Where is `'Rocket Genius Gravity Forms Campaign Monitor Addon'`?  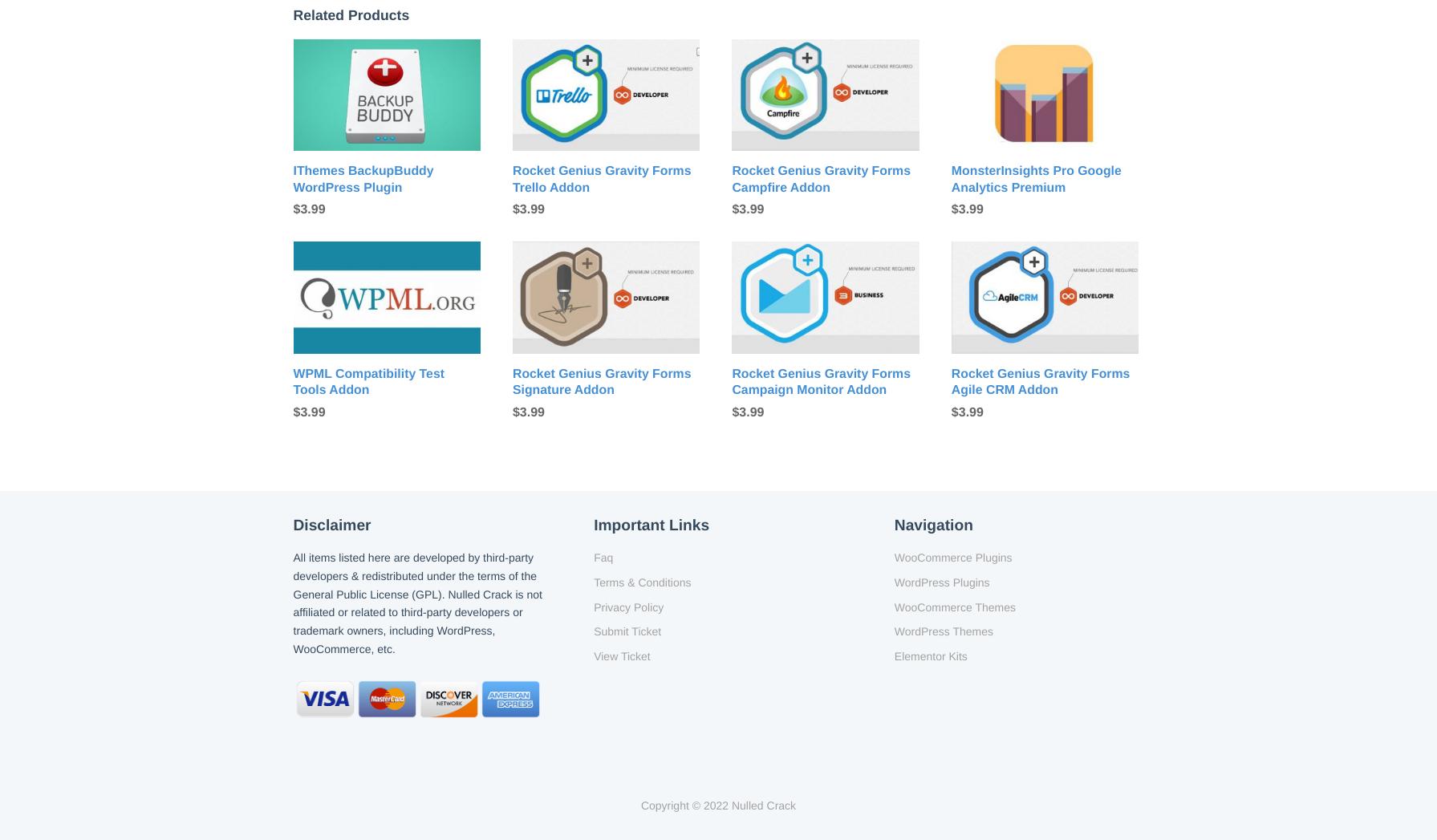
'Rocket Genius Gravity Forms Campaign Monitor Addon' is located at coordinates (820, 381).